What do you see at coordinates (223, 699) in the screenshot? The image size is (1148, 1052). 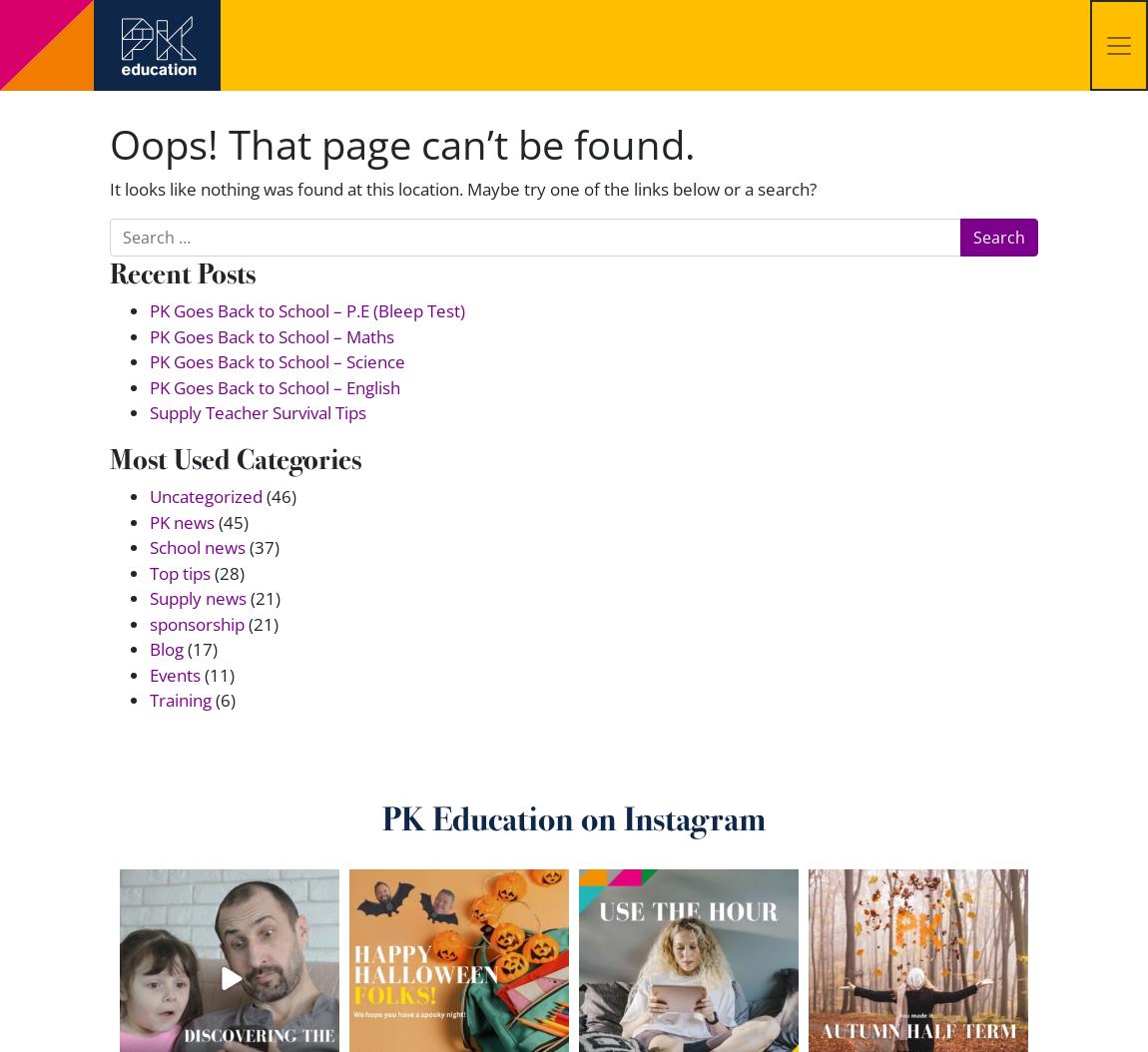 I see `'(6)'` at bounding box center [223, 699].